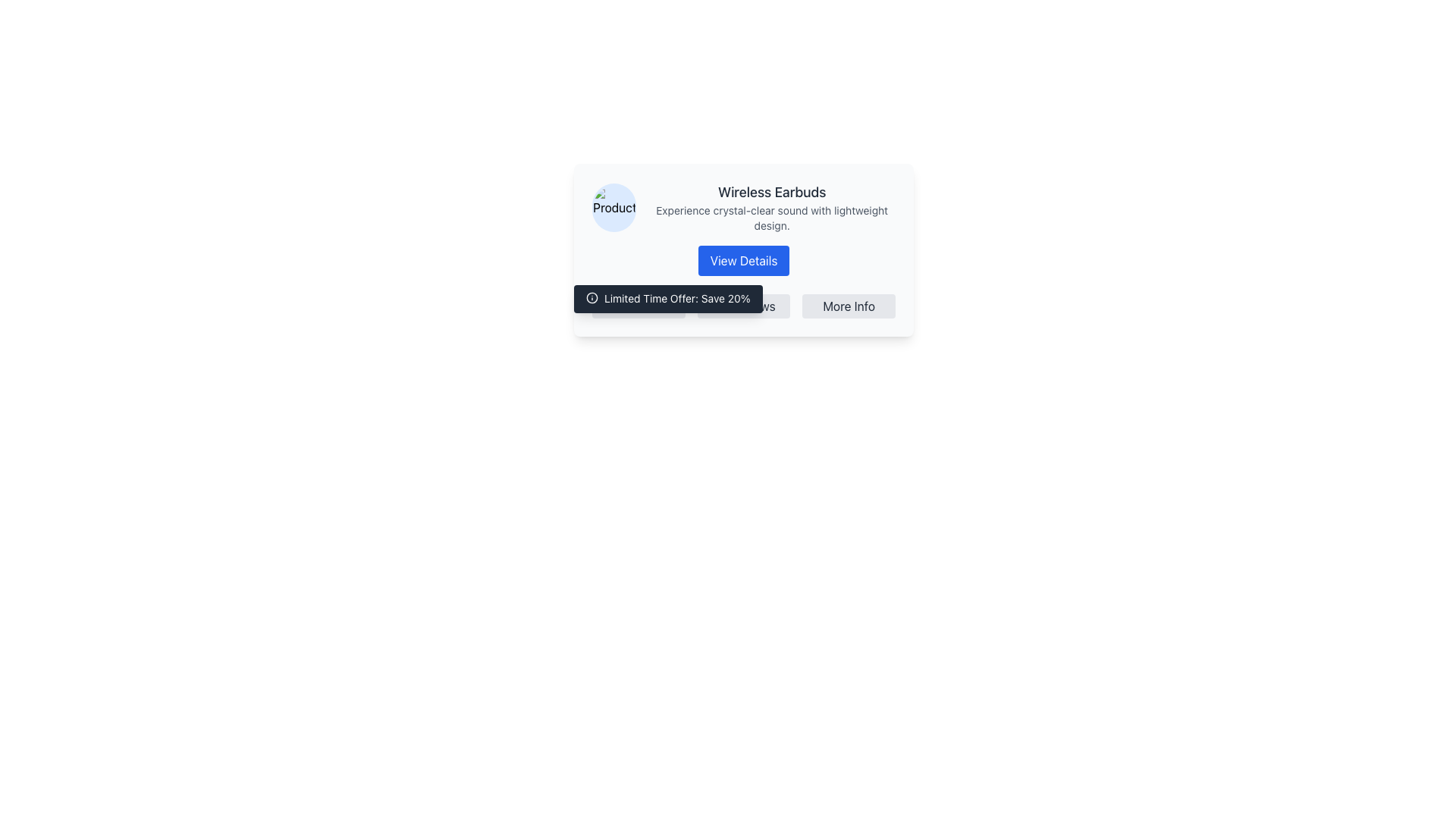  Describe the element at coordinates (614, 207) in the screenshot. I see `the small circular image element with a broken image icon and 'Product' text, located at the top-left corner of the card titled 'Wireless Earbuds'` at that location.